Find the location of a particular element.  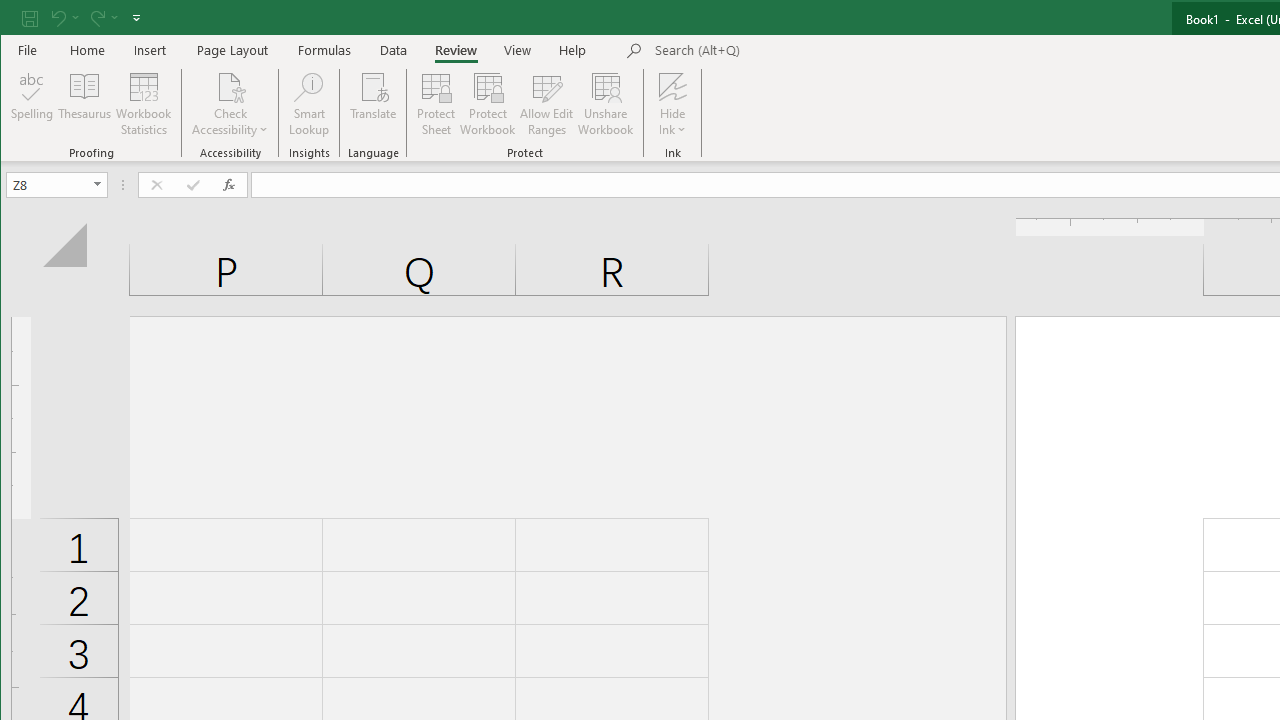

'Smart Lookup' is located at coordinates (308, 104).